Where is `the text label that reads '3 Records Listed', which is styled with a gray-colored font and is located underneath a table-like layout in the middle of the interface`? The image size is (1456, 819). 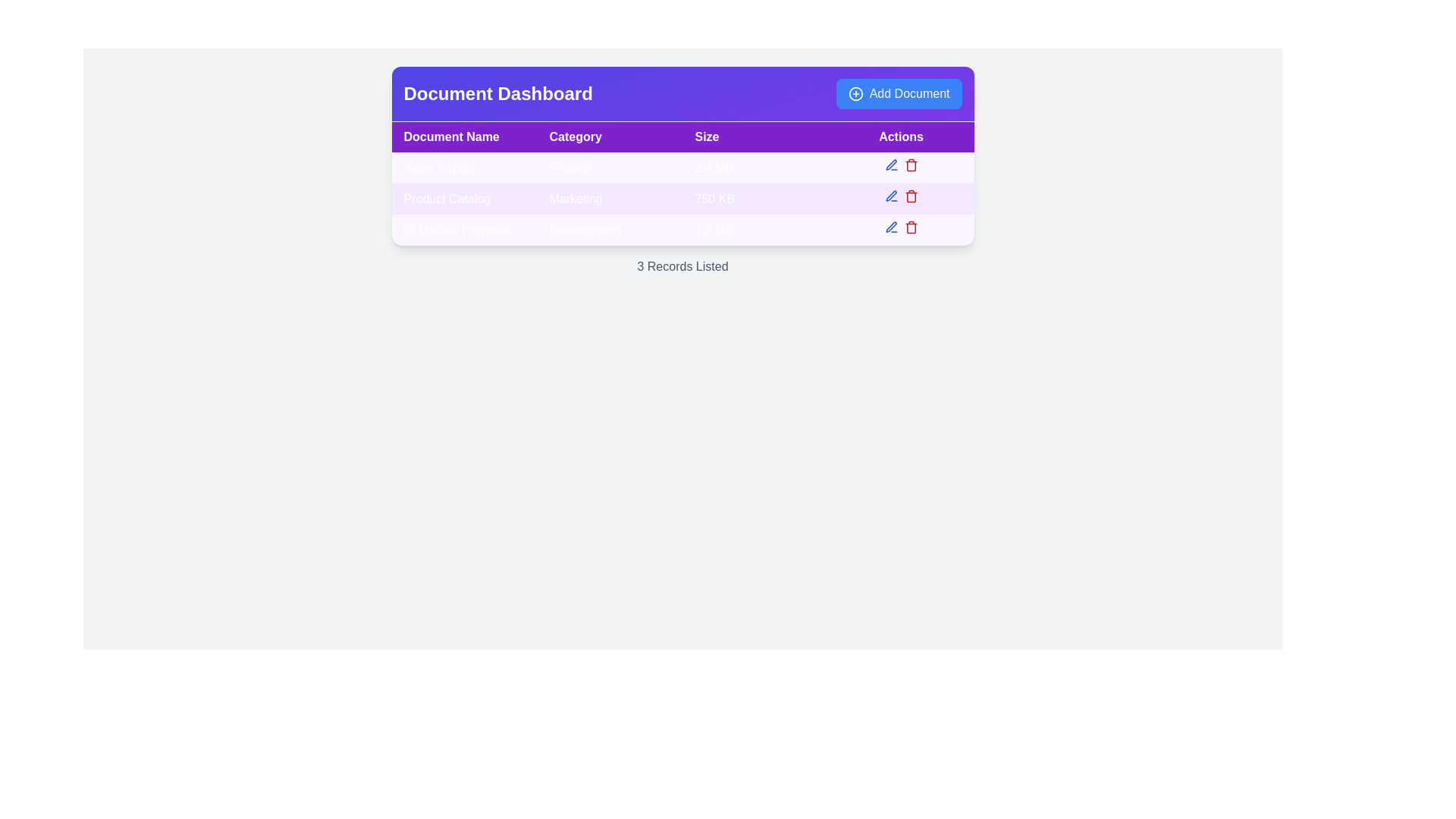
the text label that reads '3 Records Listed', which is styled with a gray-colored font and is located underneath a table-like layout in the middle of the interface is located at coordinates (682, 265).